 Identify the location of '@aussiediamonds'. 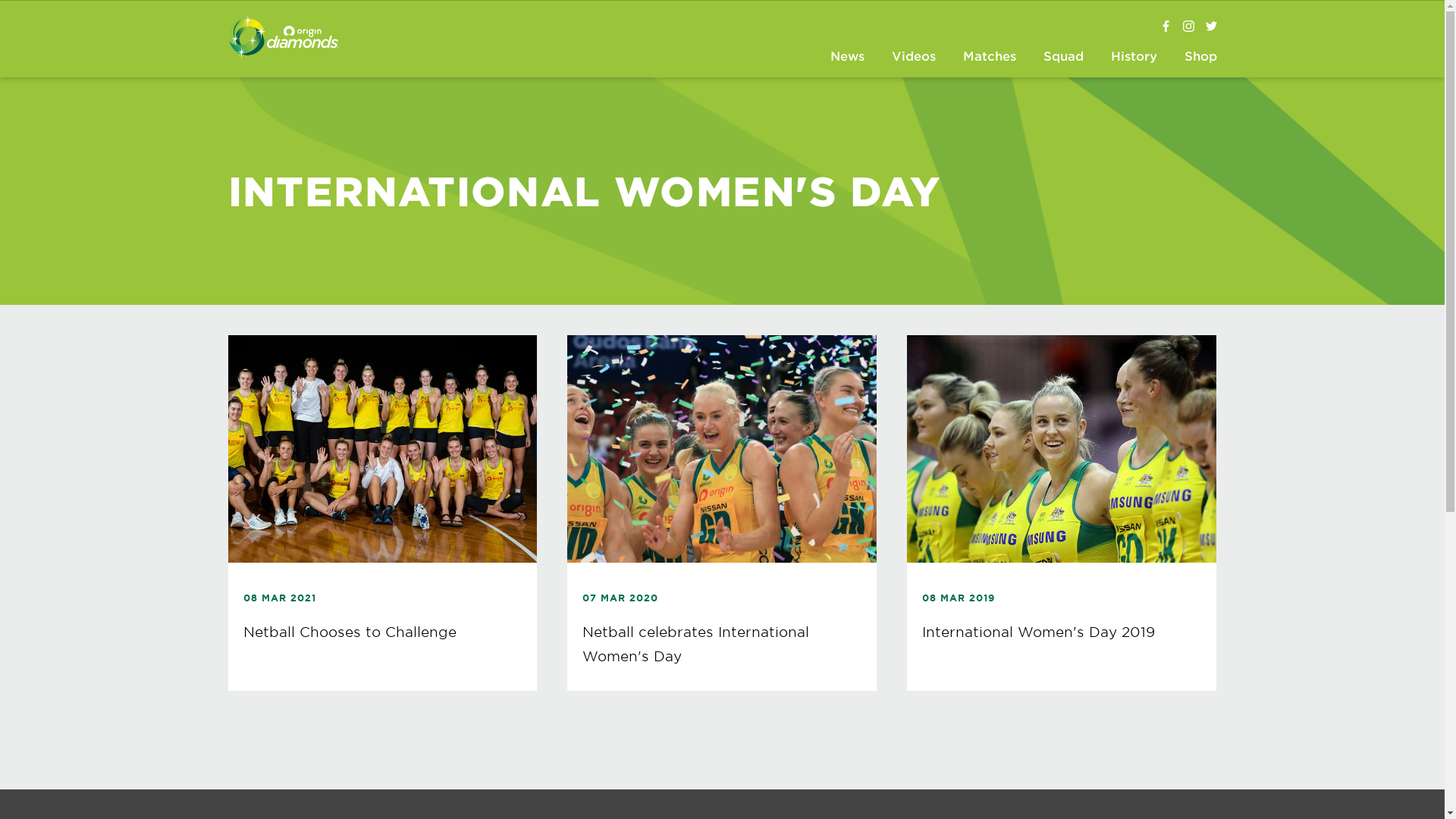
(1182, 26).